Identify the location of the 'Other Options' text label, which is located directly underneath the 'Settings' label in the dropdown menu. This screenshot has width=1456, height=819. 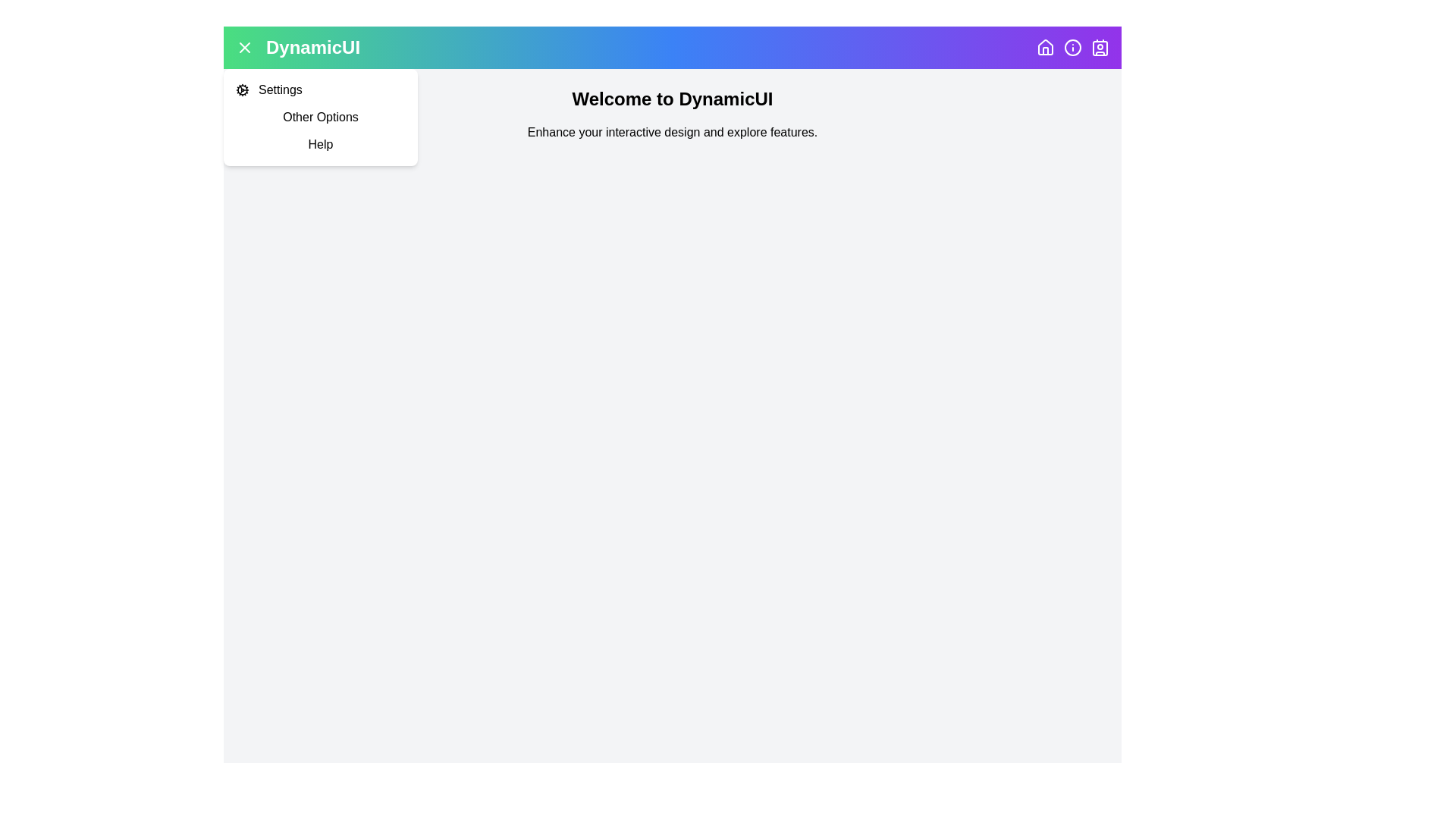
(319, 116).